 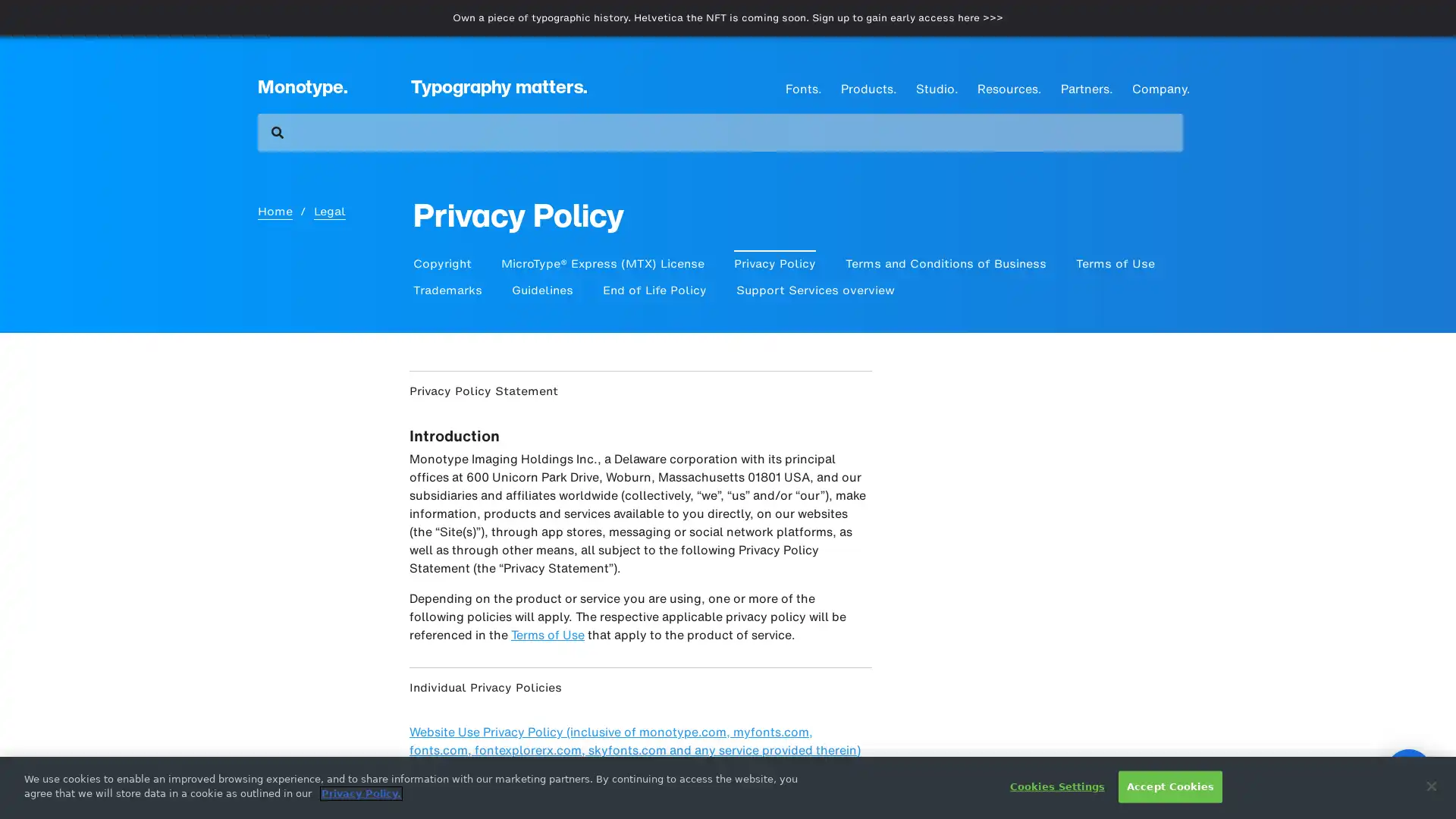 What do you see at coordinates (1056, 786) in the screenshot?
I see `Cookies Settings` at bounding box center [1056, 786].